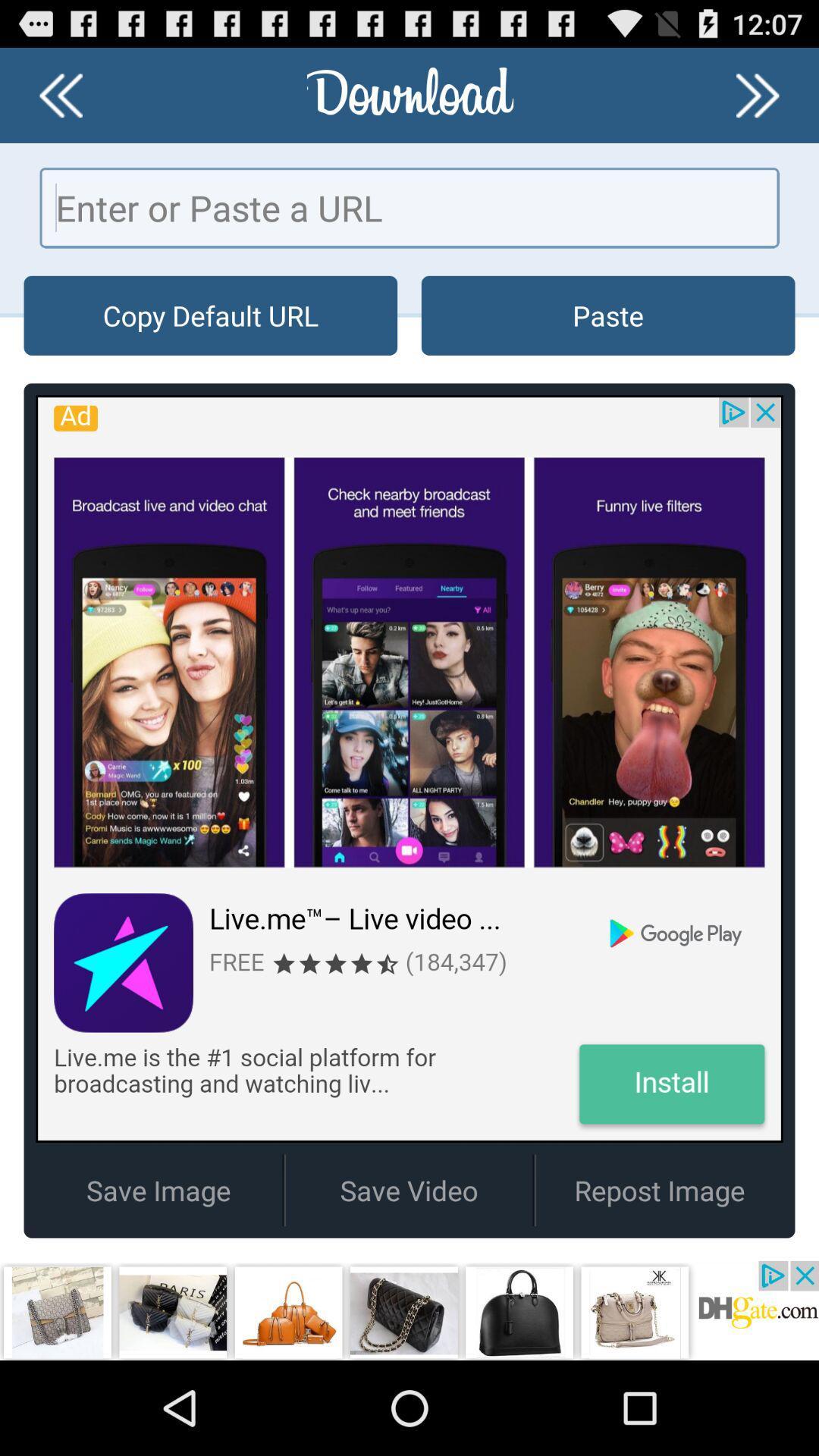 This screenshot has height=1456, width=819. Describe the element at coordinates (409, 1310) in the screenshot. I see `the advertisement` at that location.